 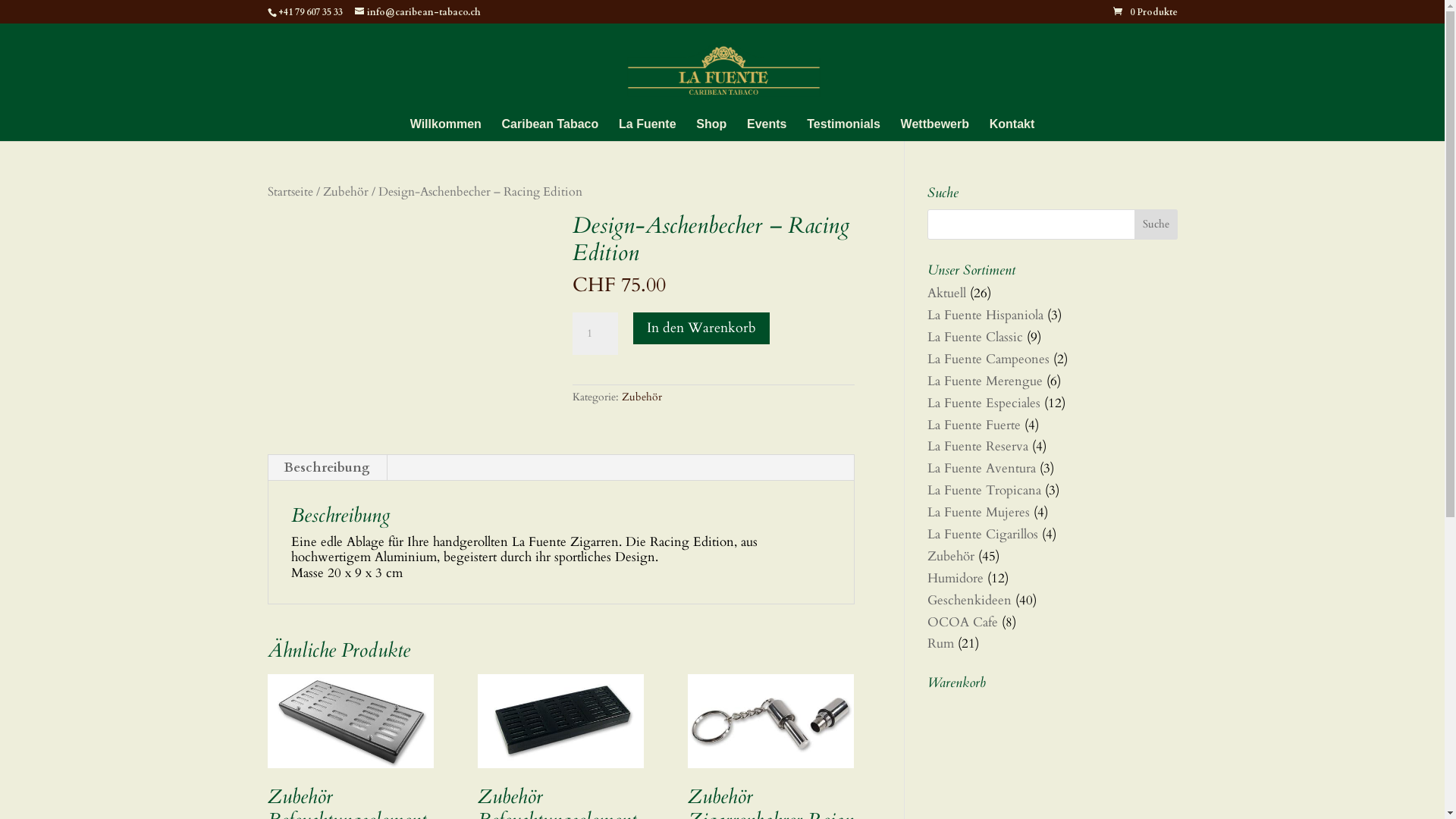 I want to click on 'La Fuente Reserva', so click(x=977, y=445).